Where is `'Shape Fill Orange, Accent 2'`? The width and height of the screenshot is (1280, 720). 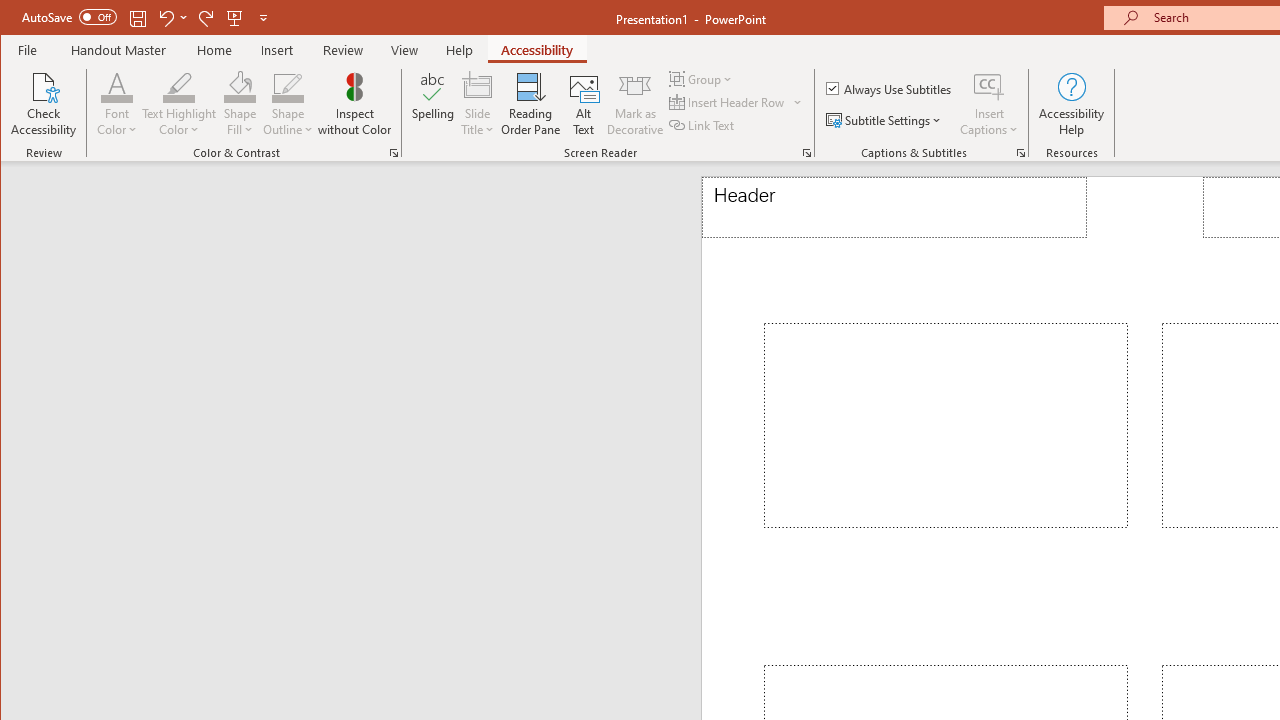
'Shape Fill Orange, Accent 2' is located at coordinates (240, 85).